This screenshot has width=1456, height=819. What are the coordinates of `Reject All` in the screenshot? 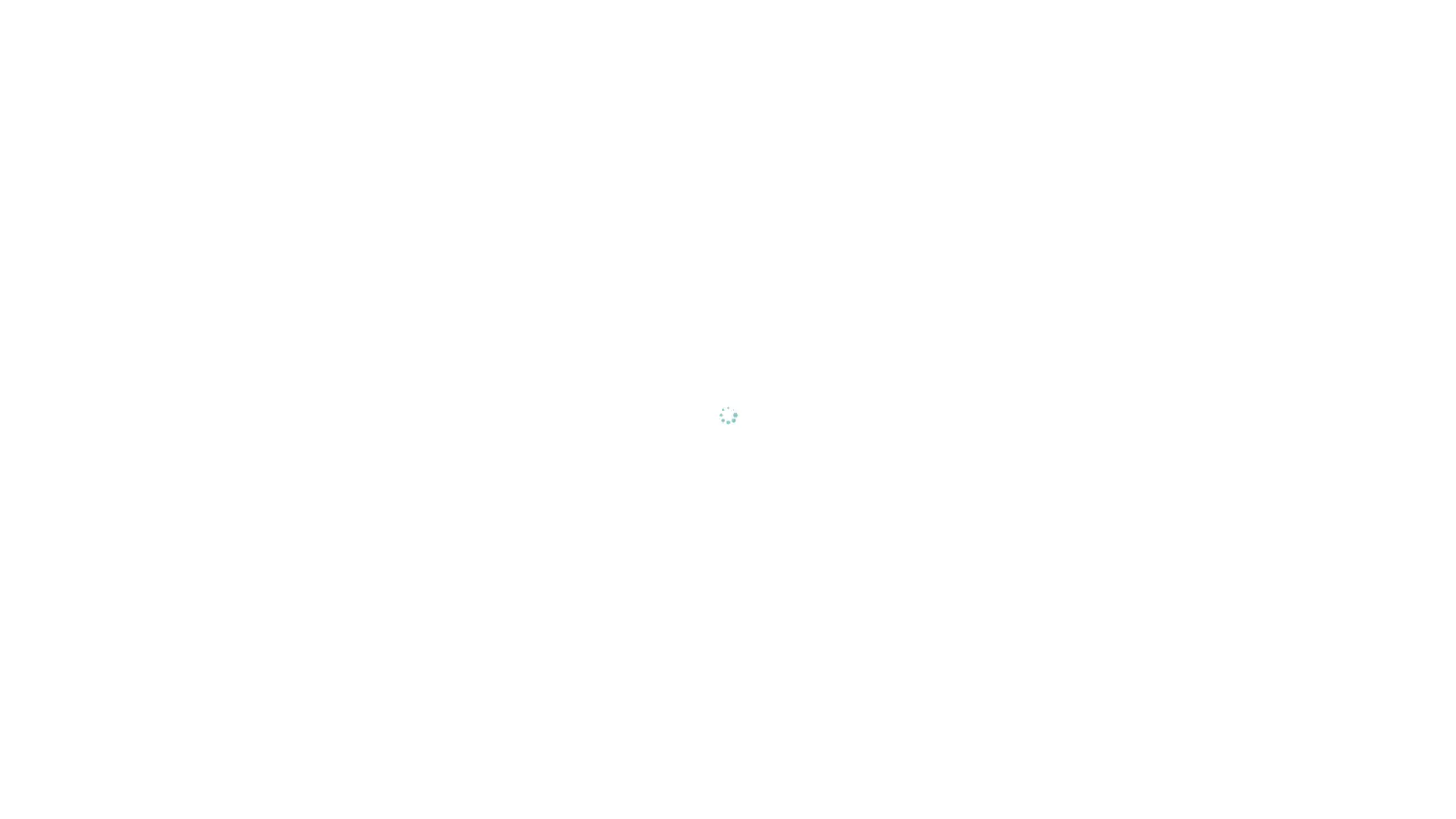 It's located at (791, 171).